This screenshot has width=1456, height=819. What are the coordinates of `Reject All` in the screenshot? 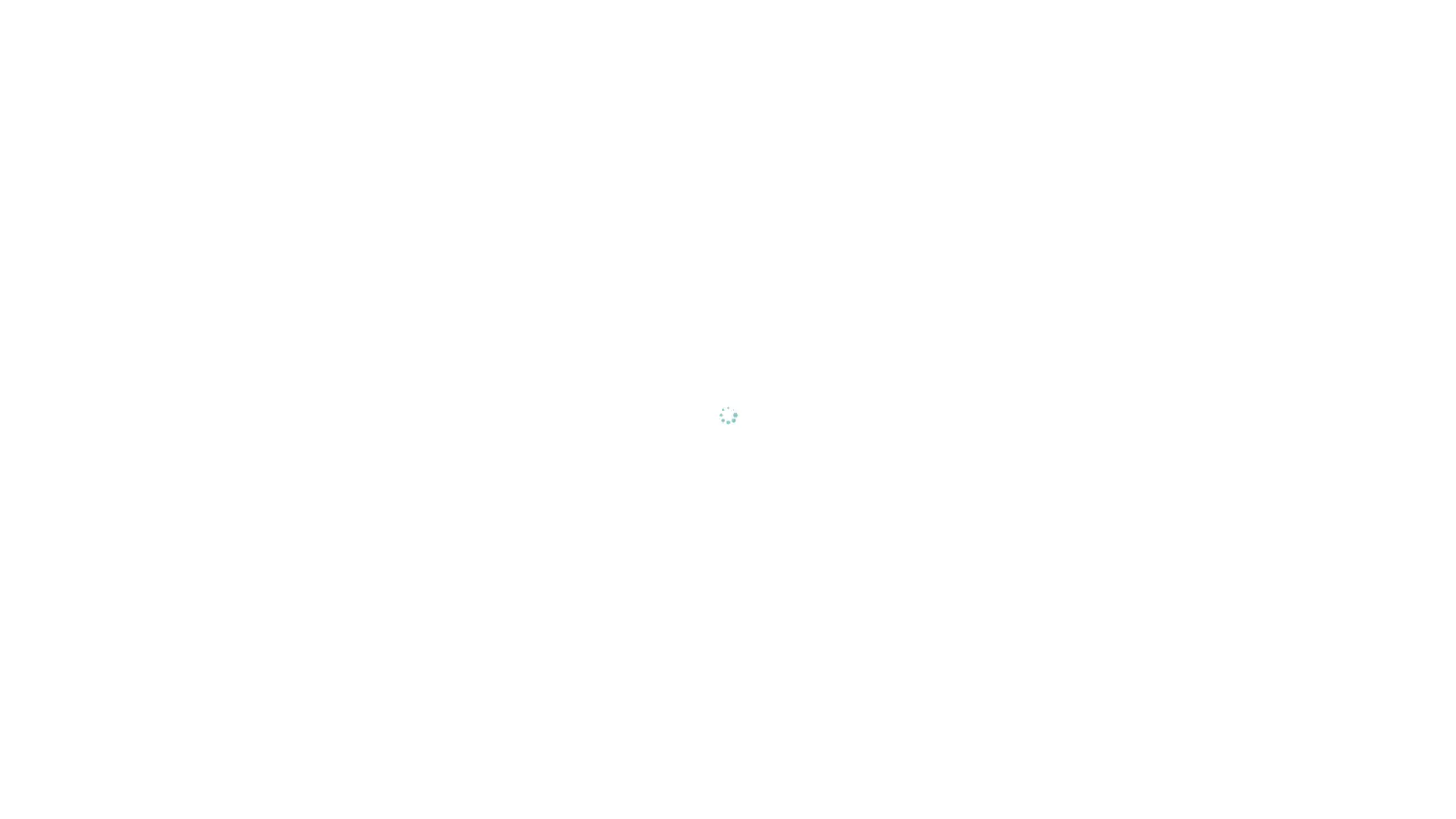 It's located at (791, 171).